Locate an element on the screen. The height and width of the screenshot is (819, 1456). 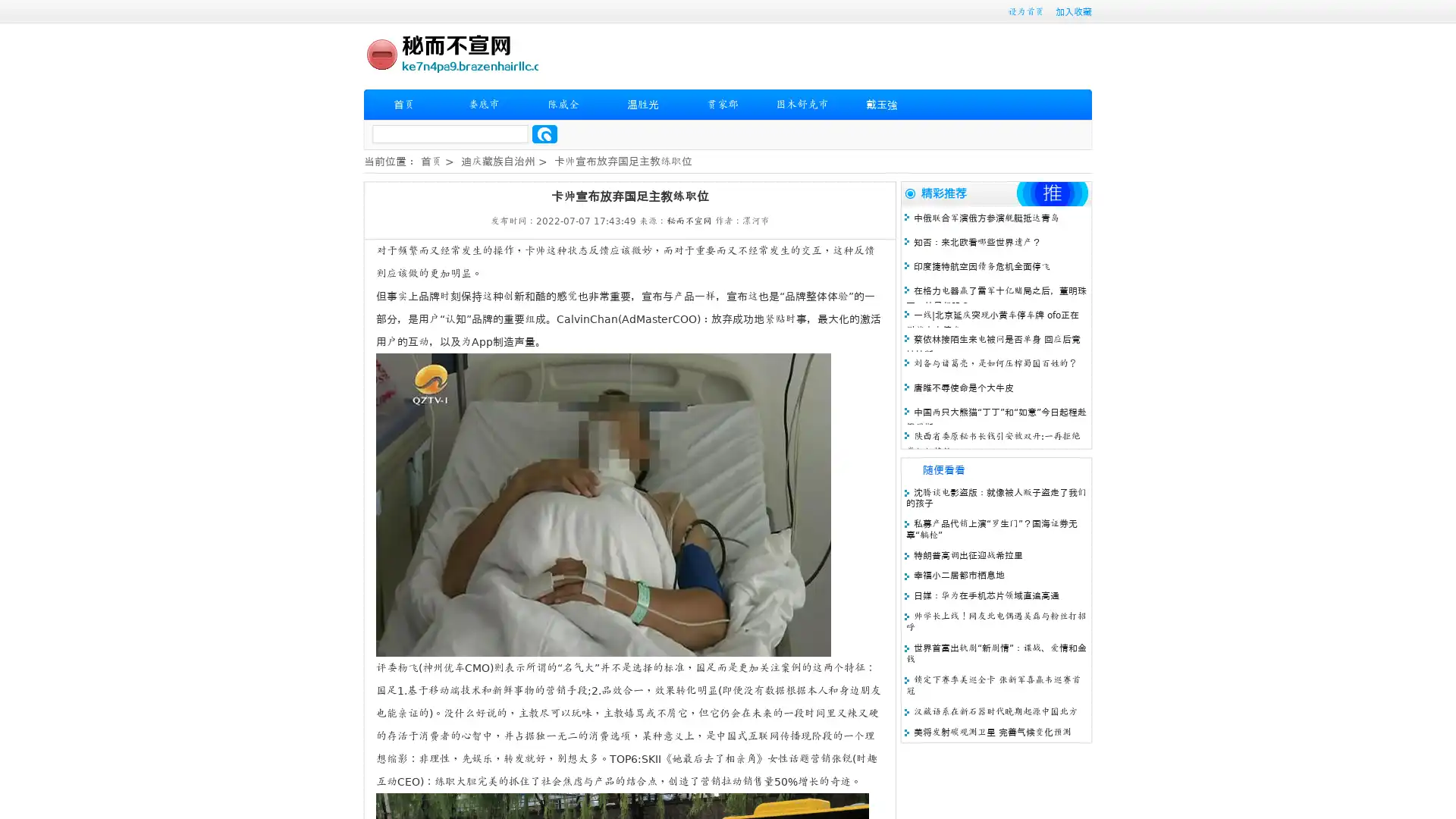
Search is located at coordinates (544, 133).